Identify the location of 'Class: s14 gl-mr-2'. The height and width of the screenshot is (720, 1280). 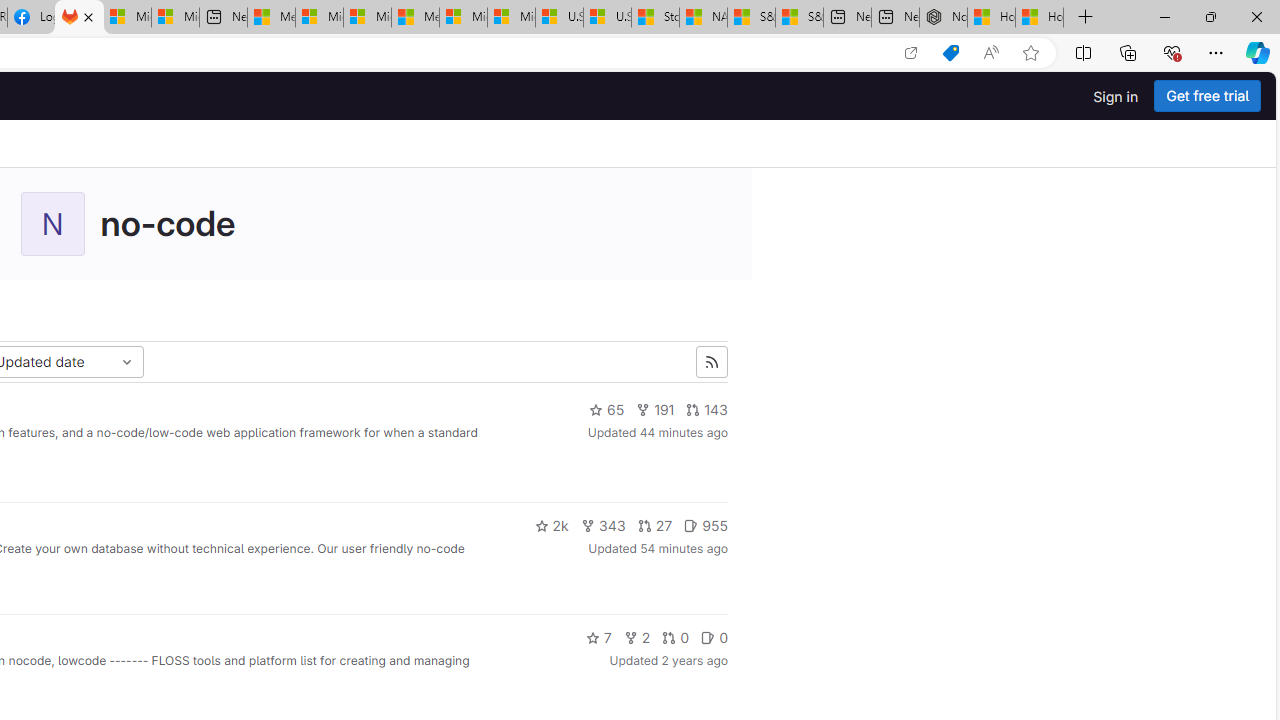
(708, 637).